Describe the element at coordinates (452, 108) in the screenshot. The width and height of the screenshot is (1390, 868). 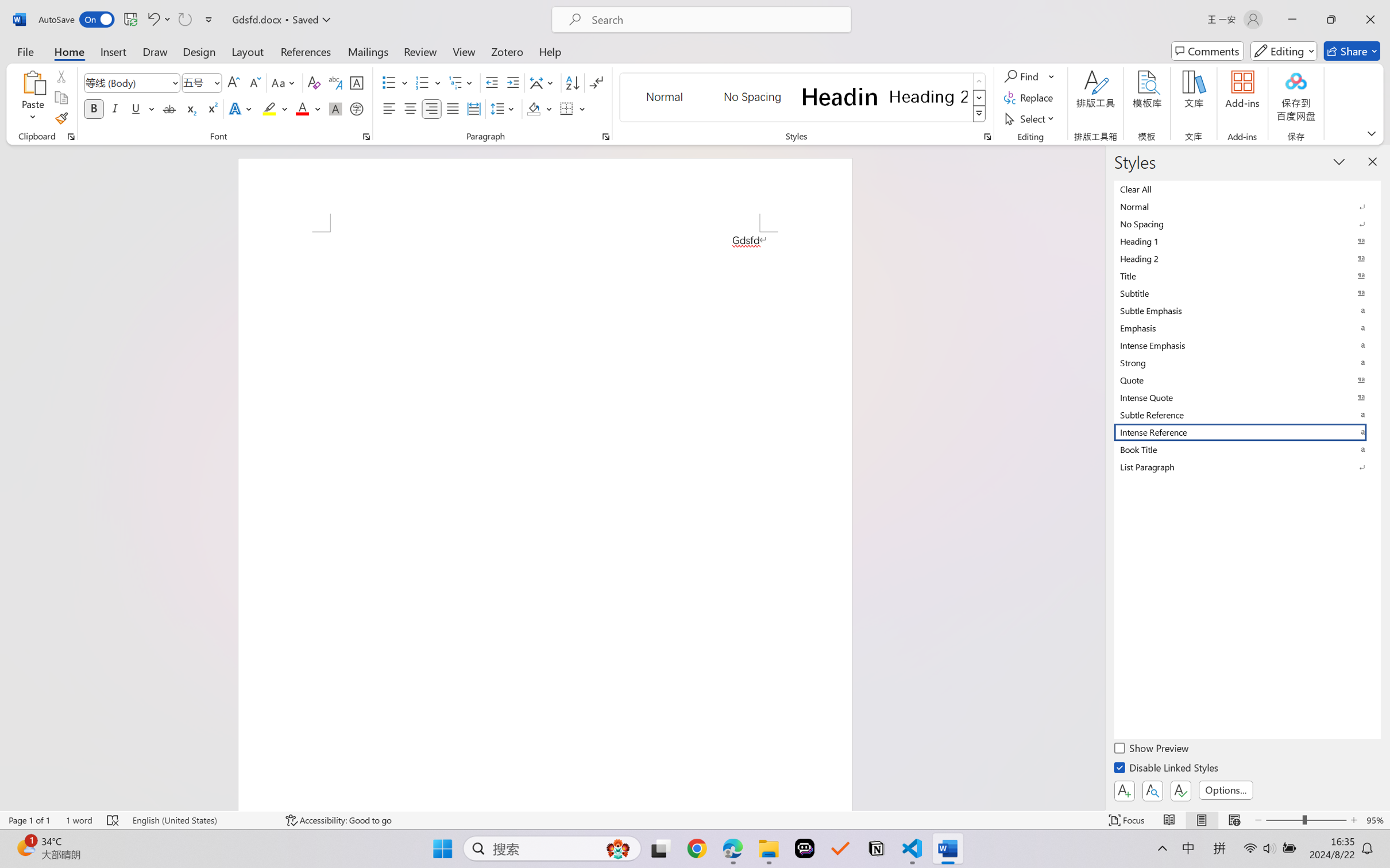
I see `'Justify'` at that location.